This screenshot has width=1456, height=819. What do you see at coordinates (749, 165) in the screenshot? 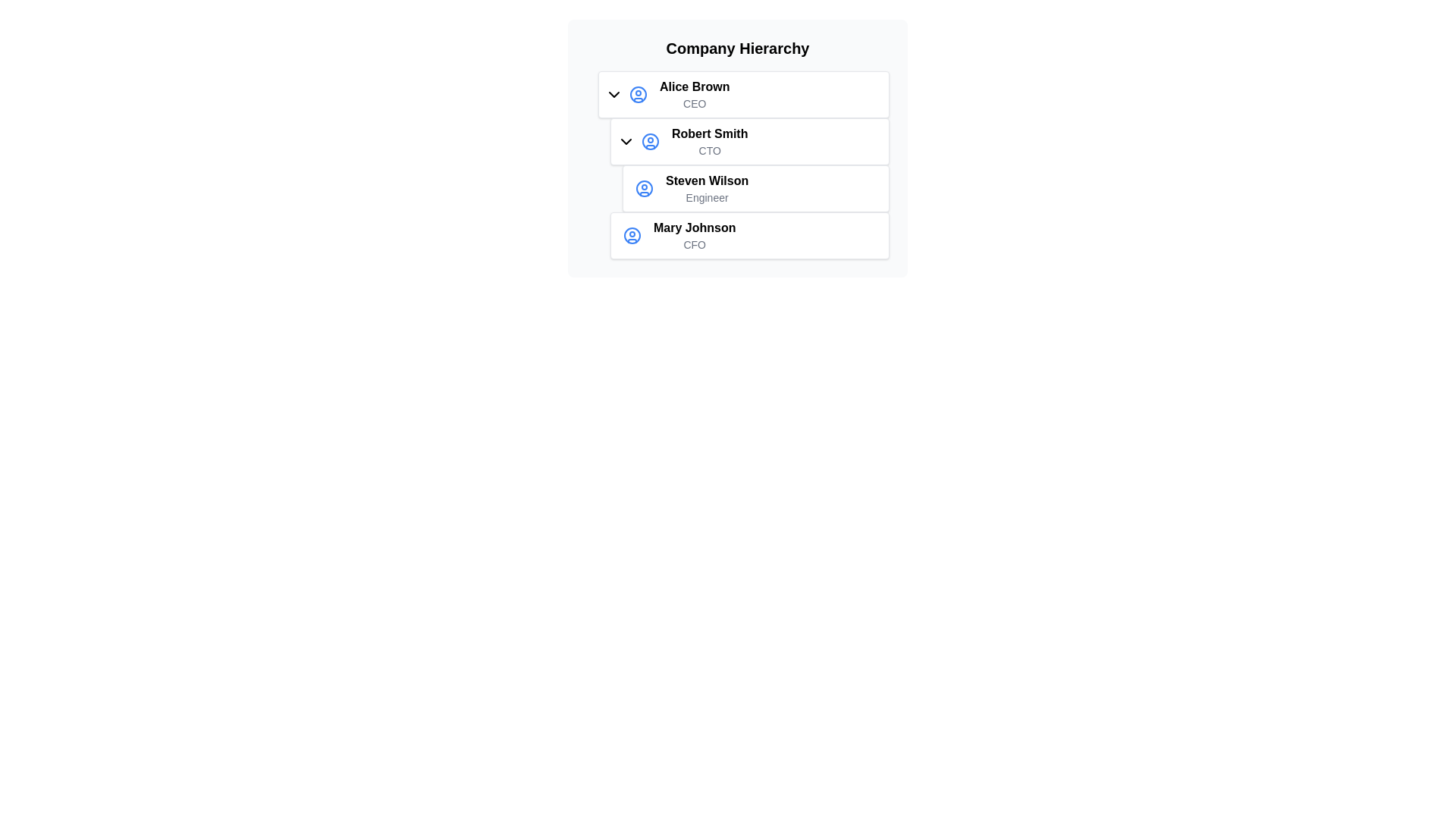
I see `the Informational Label displaying 'Robert Smith' and 'CTO' by pressing the tab key` at bounding box center [749, 165].